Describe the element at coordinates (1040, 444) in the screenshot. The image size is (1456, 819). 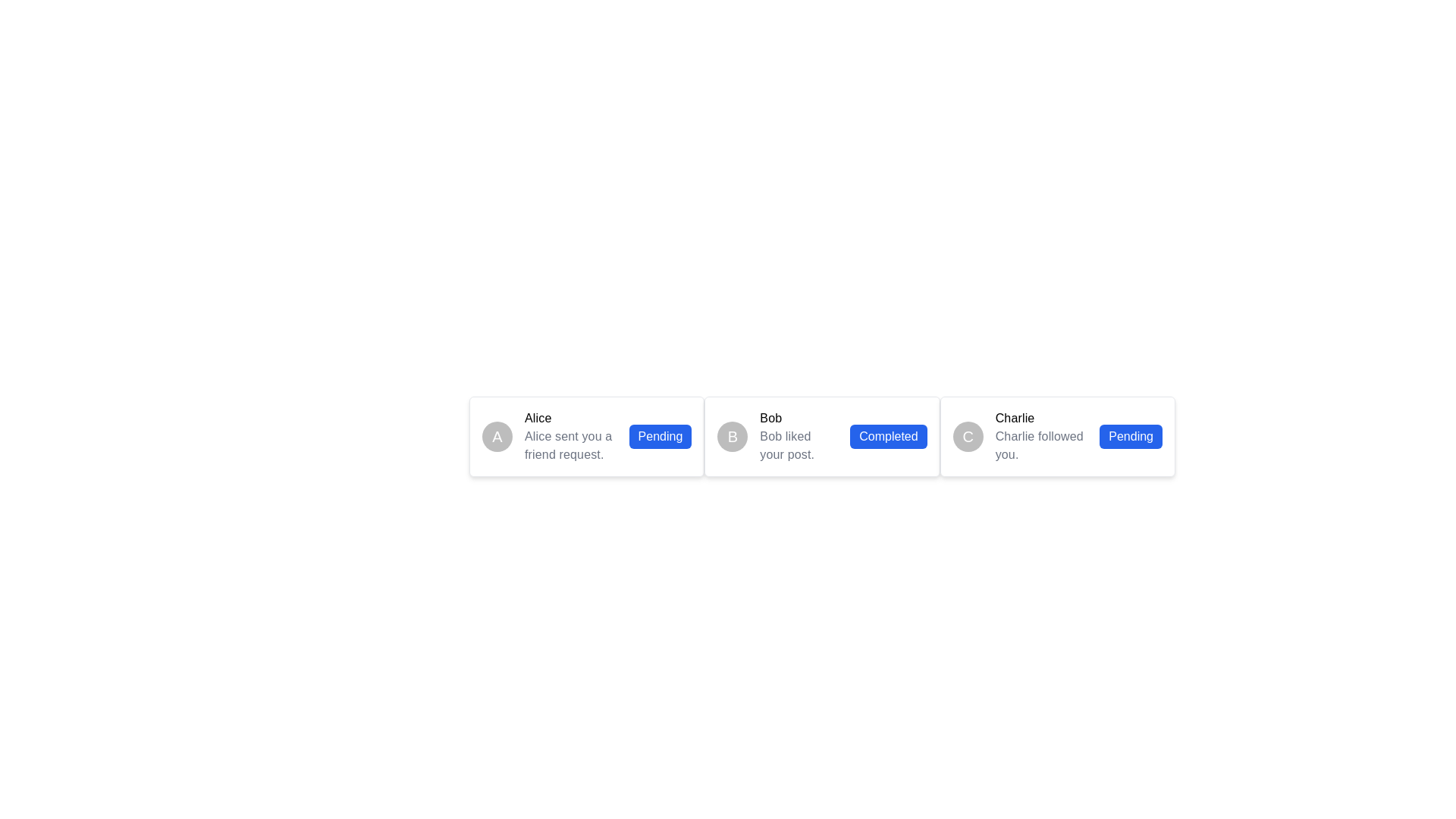
I see `the static text label that notifies the user that 'Charlie' has followed them, located below the bold 'Charlie' label in the third user notification card` at that location.